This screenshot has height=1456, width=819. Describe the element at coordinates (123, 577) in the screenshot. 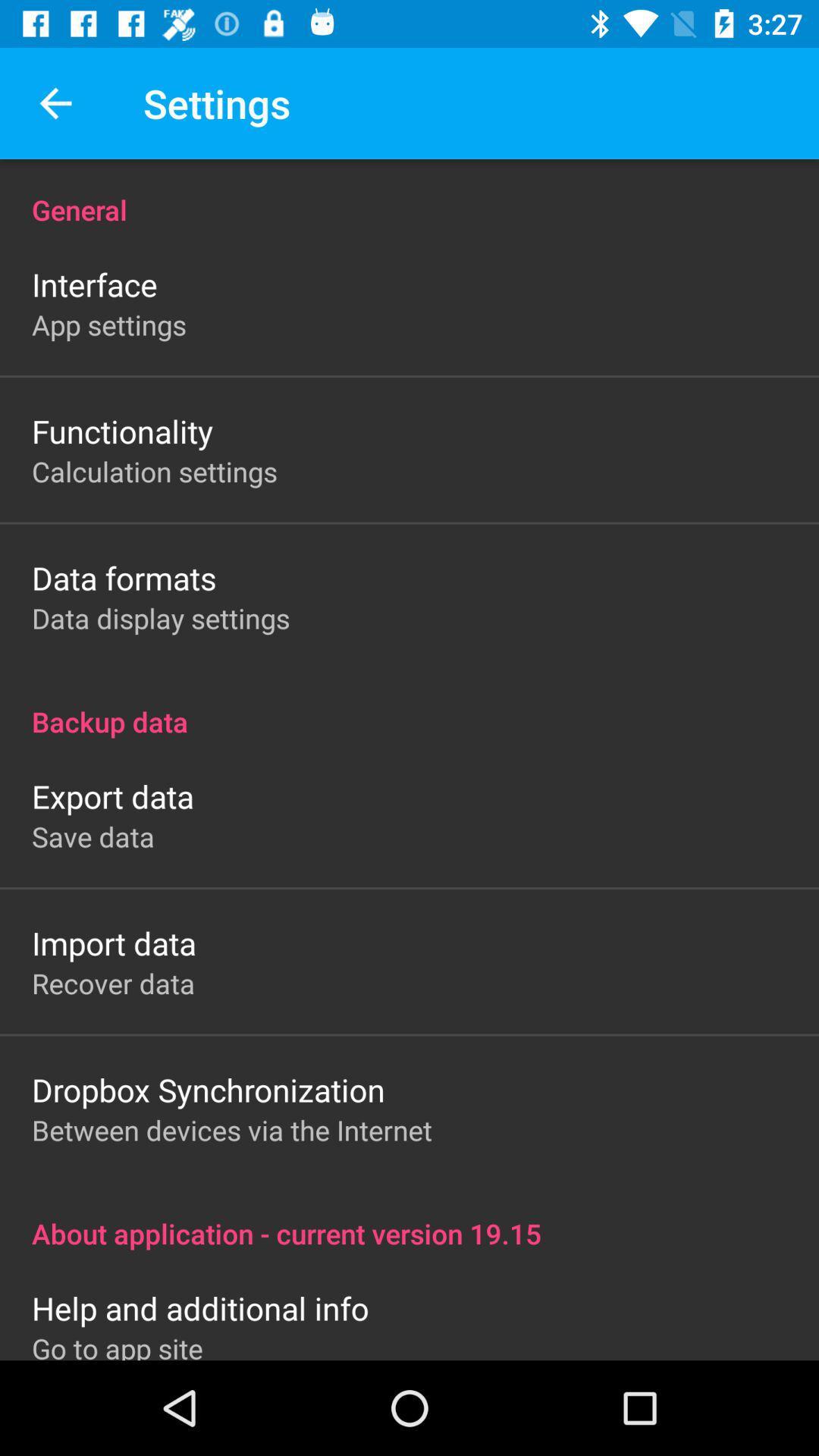

I see `data formats item` at that location.